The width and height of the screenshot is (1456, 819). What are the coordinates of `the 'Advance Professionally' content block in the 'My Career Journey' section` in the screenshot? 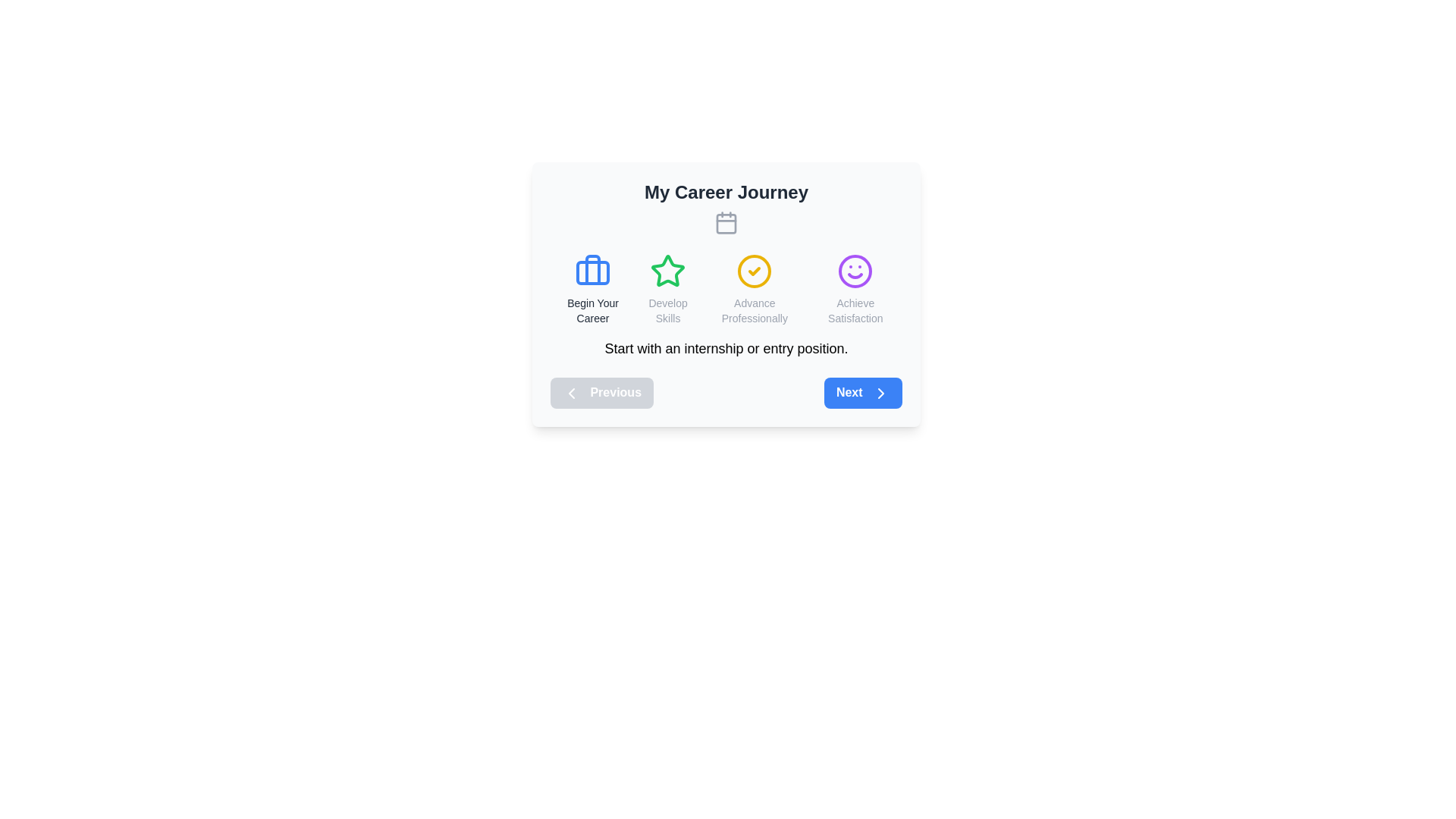 It's located at (755, 289).